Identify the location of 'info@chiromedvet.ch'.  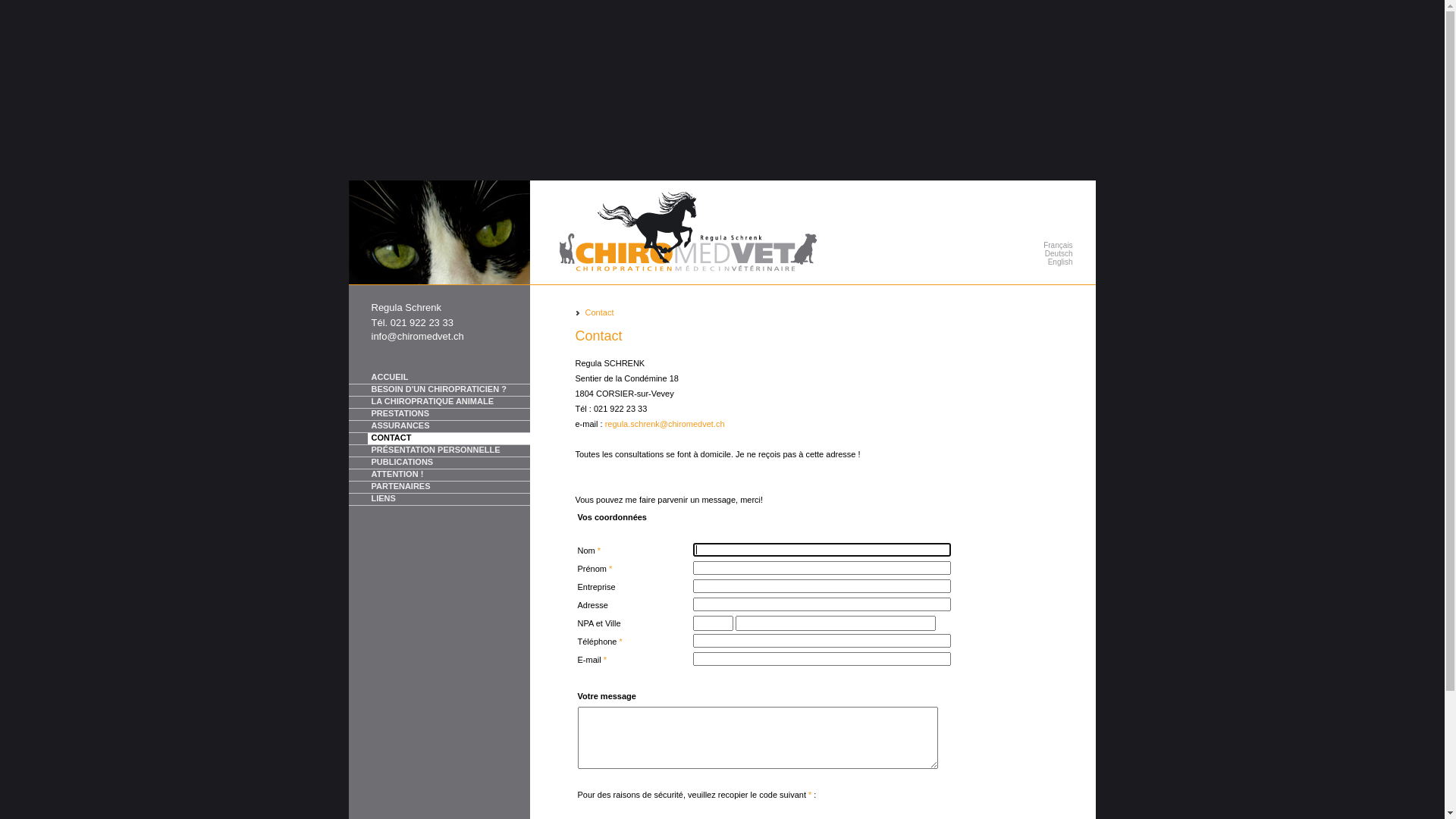
(418, 335).